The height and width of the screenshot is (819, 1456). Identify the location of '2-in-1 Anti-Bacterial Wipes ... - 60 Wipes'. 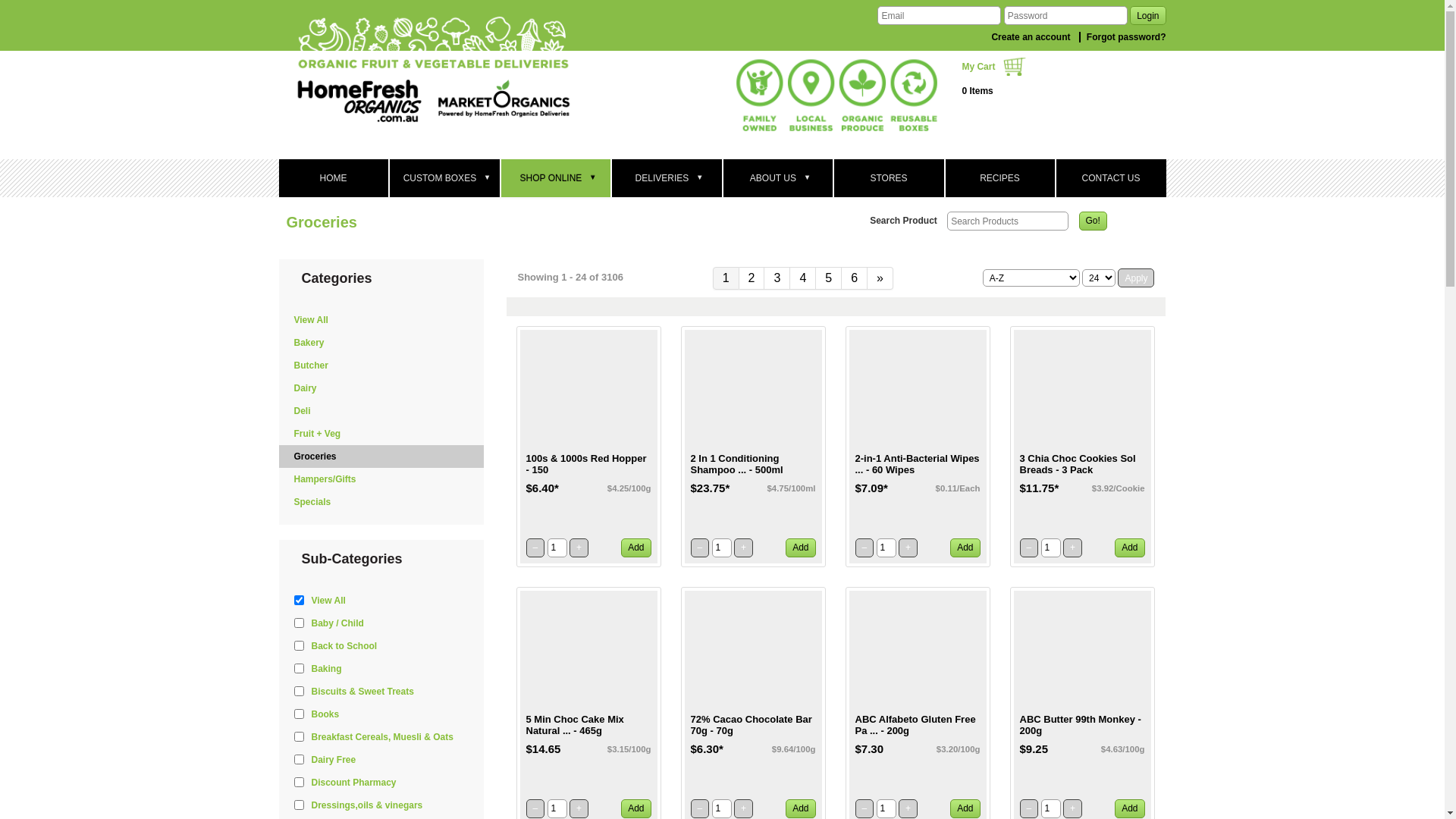
(917, 464).